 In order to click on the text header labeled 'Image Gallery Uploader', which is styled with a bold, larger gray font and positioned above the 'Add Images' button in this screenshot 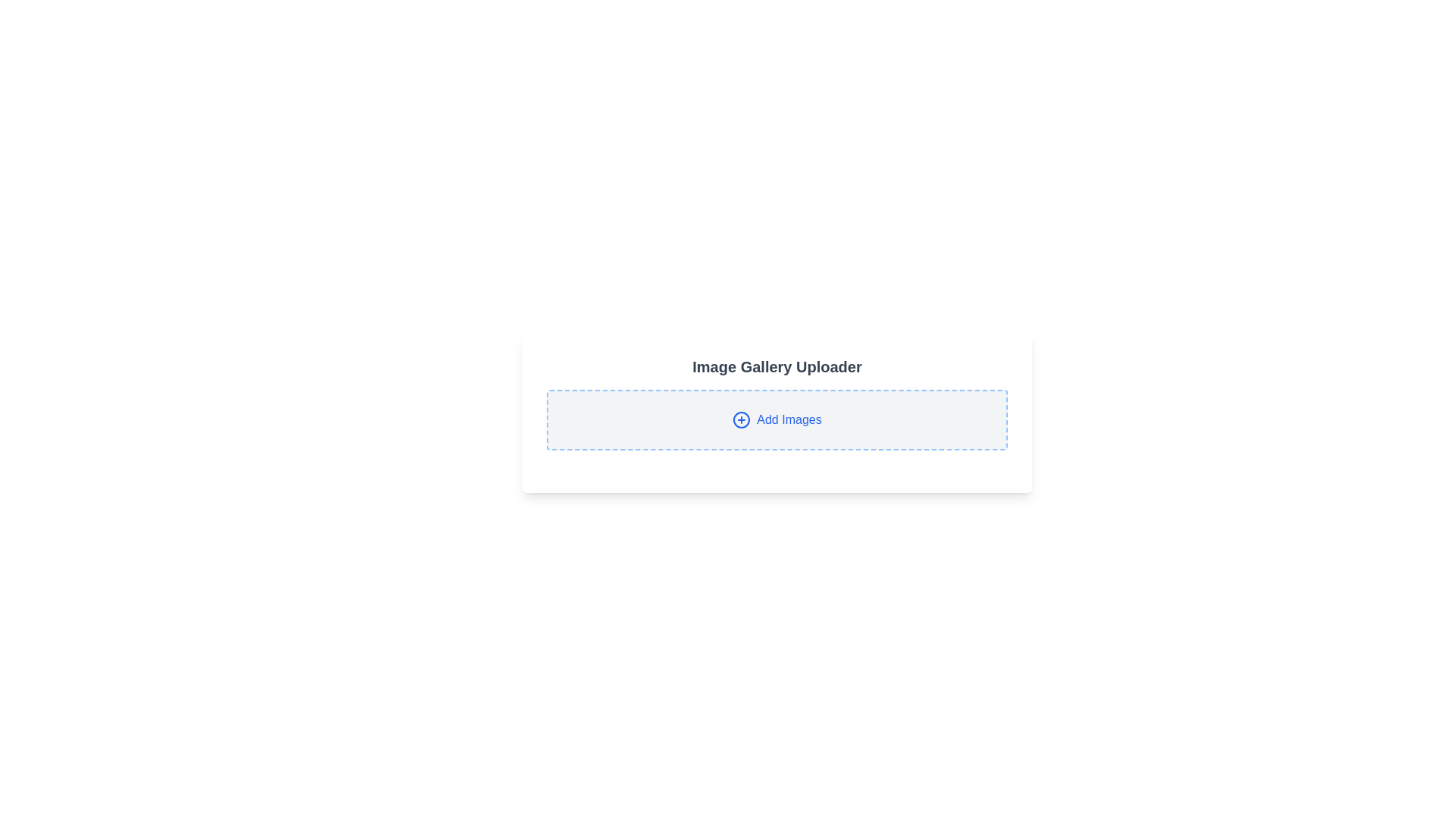, I will do `click(777, 366)`.